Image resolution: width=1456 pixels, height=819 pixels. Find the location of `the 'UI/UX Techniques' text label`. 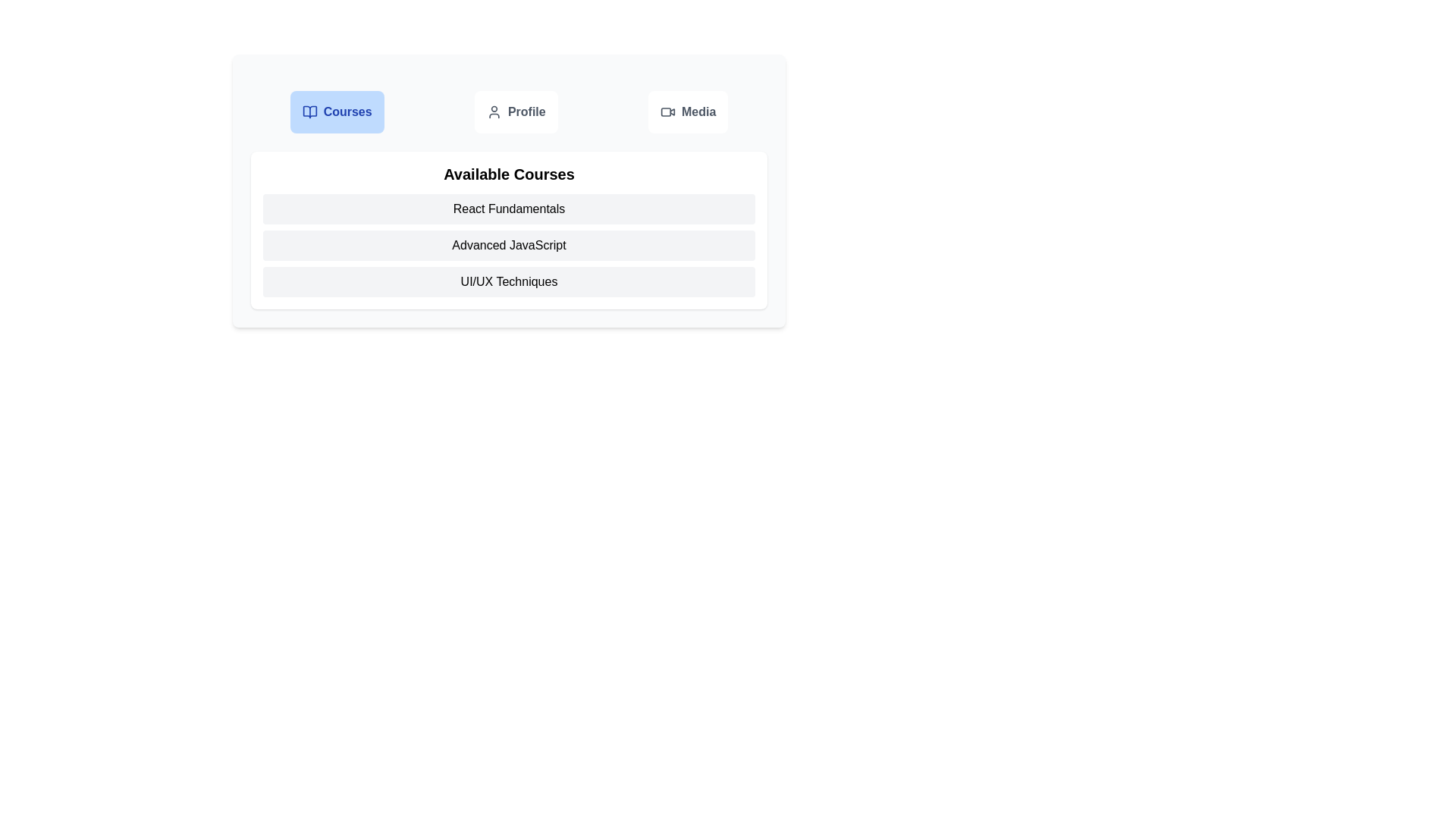

the 'UI/UX Techniques' text label is located at coordinates (509, 281).